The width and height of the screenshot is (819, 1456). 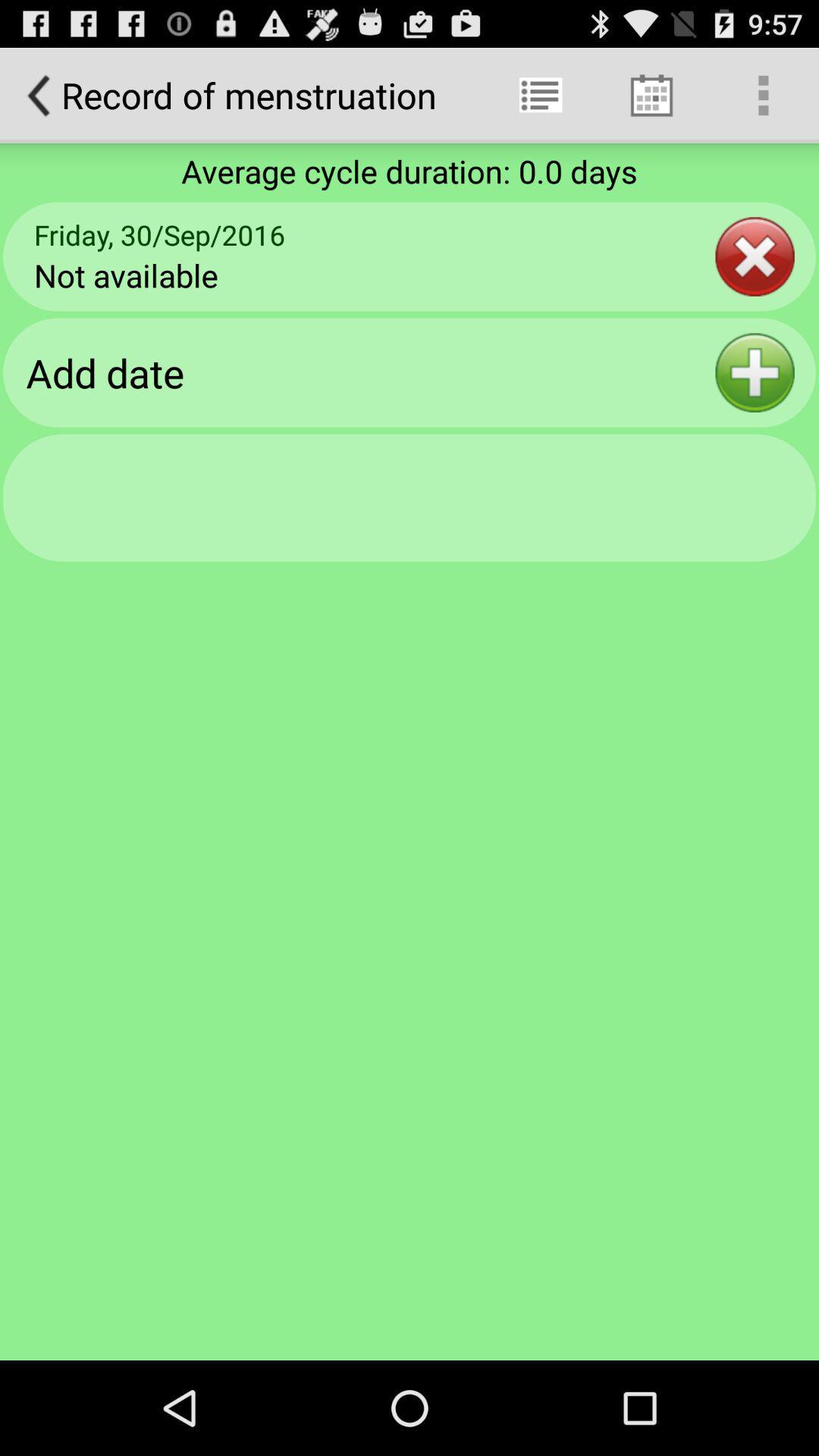 I want to click on the app above the average cycle duration, so click(x=539, y=94).